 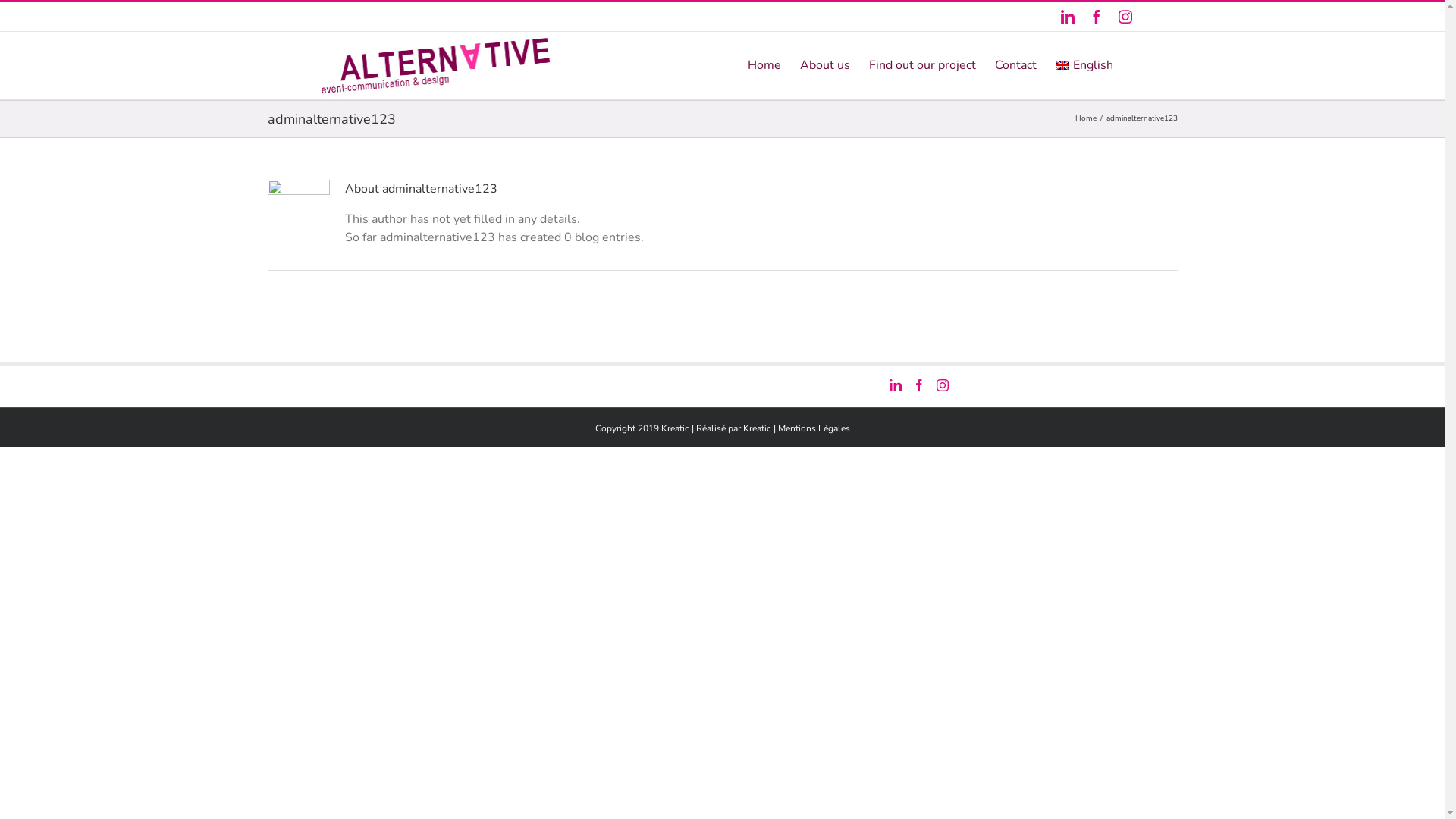 What do you see at coordinates (921, 63) in the screenshot?
I see `'Find out our project'` at bounding box center [921, 63].